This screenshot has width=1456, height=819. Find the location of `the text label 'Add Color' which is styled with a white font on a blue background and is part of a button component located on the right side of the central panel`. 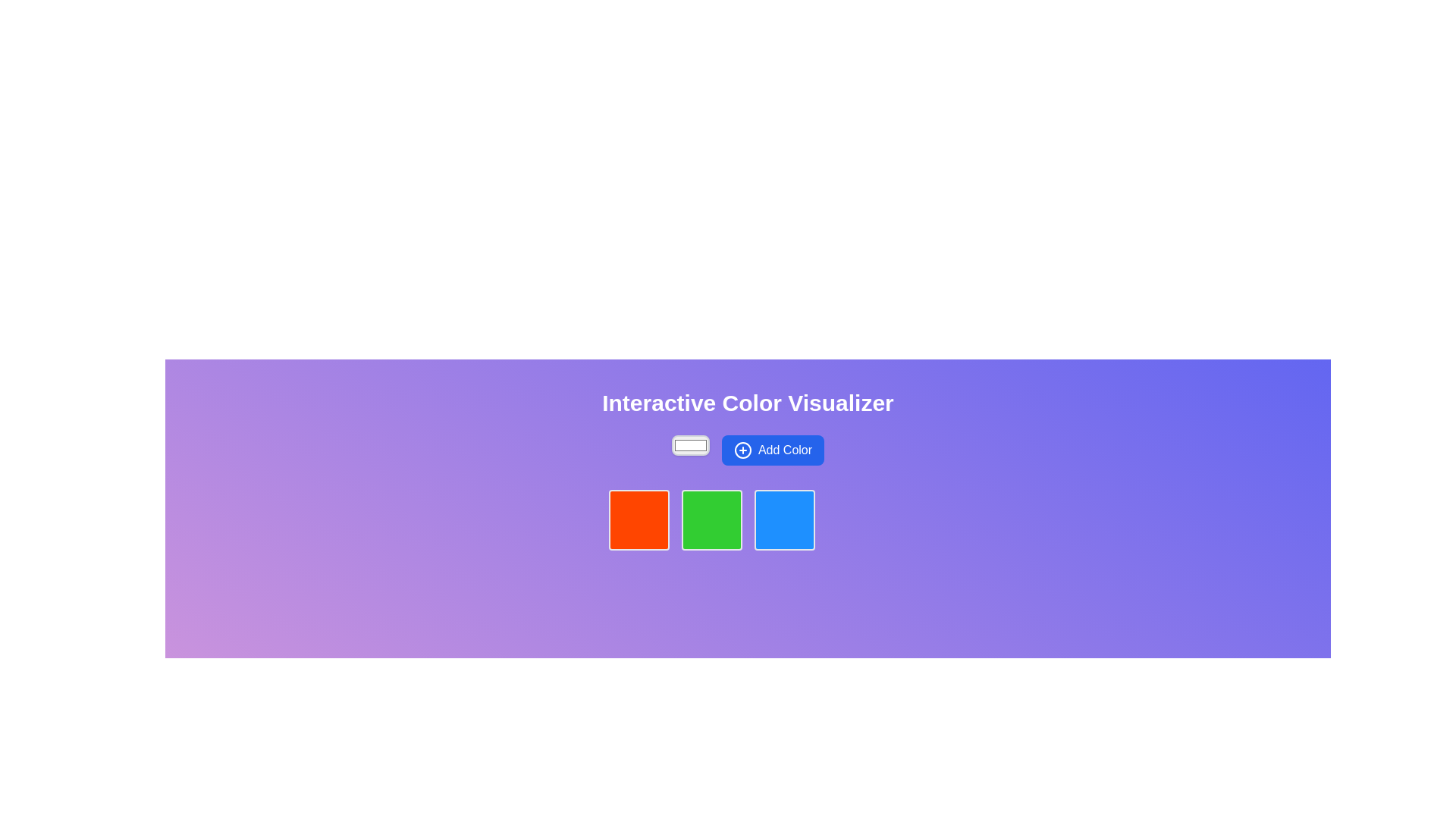

the text label 'Add Color' which is styled with a white font on a blue background and is part of a button component located on the right side of the central panel is located at coordinates (785, 450).